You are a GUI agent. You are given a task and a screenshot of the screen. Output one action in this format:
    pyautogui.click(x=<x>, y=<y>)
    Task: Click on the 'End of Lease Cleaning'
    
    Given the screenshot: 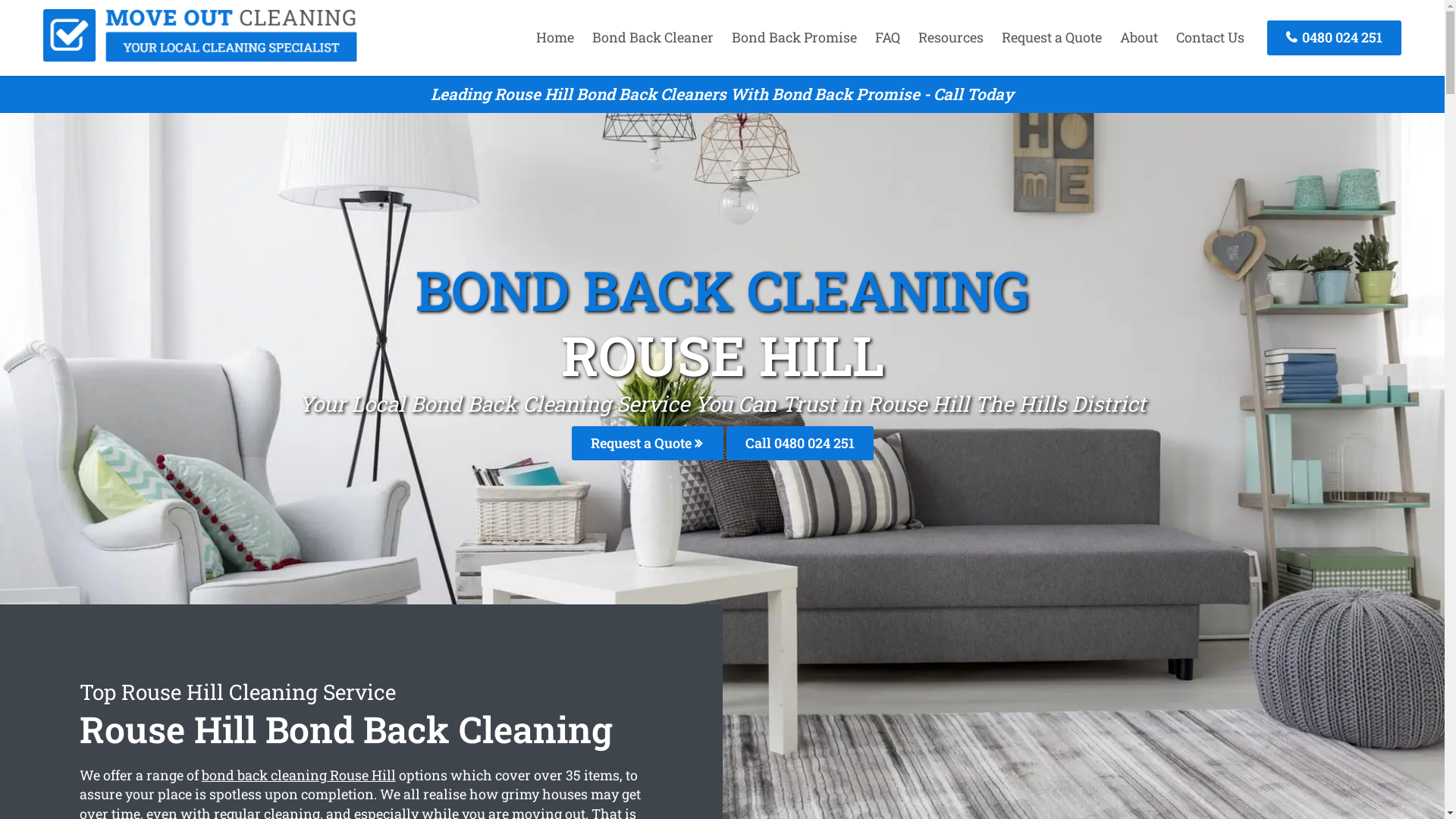 What is the action you would take?
    pyautogui.click(x=199, y=55)
    